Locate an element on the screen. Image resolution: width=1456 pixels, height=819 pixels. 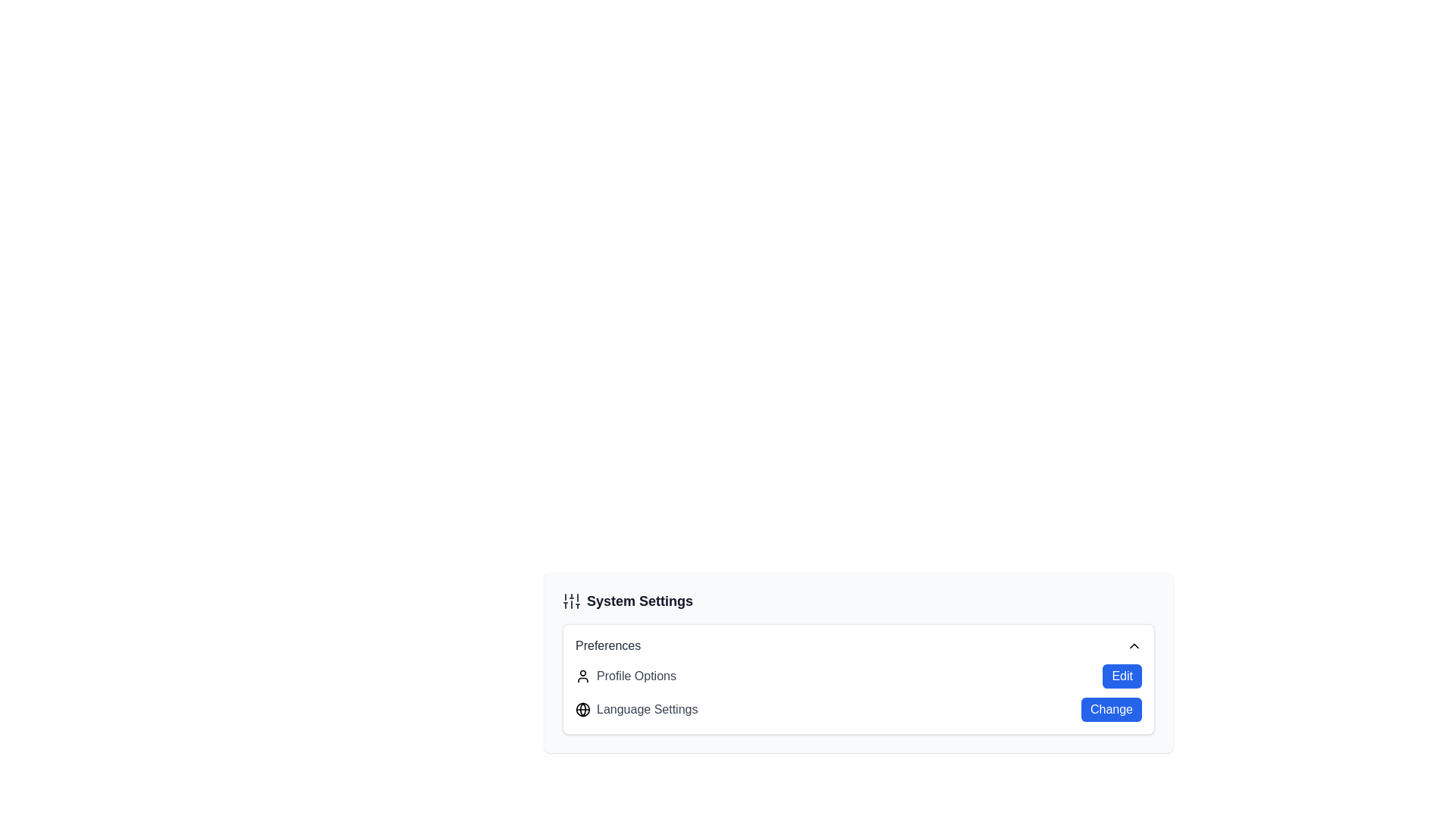
the chevron icon at the far right of the 'Preferences' section is located at coordinates (1134, 646).